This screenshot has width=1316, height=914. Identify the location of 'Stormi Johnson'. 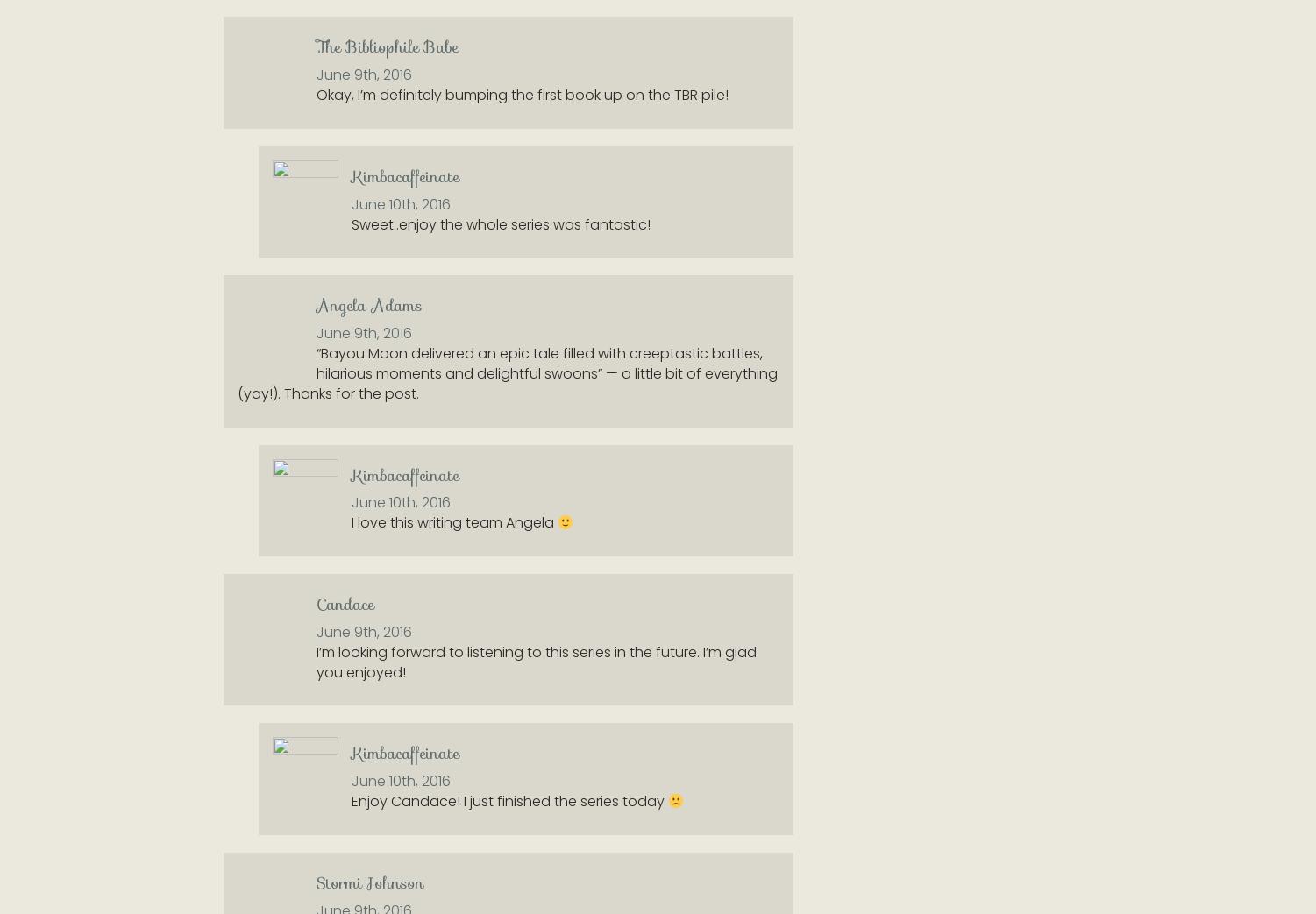
(370, 882).